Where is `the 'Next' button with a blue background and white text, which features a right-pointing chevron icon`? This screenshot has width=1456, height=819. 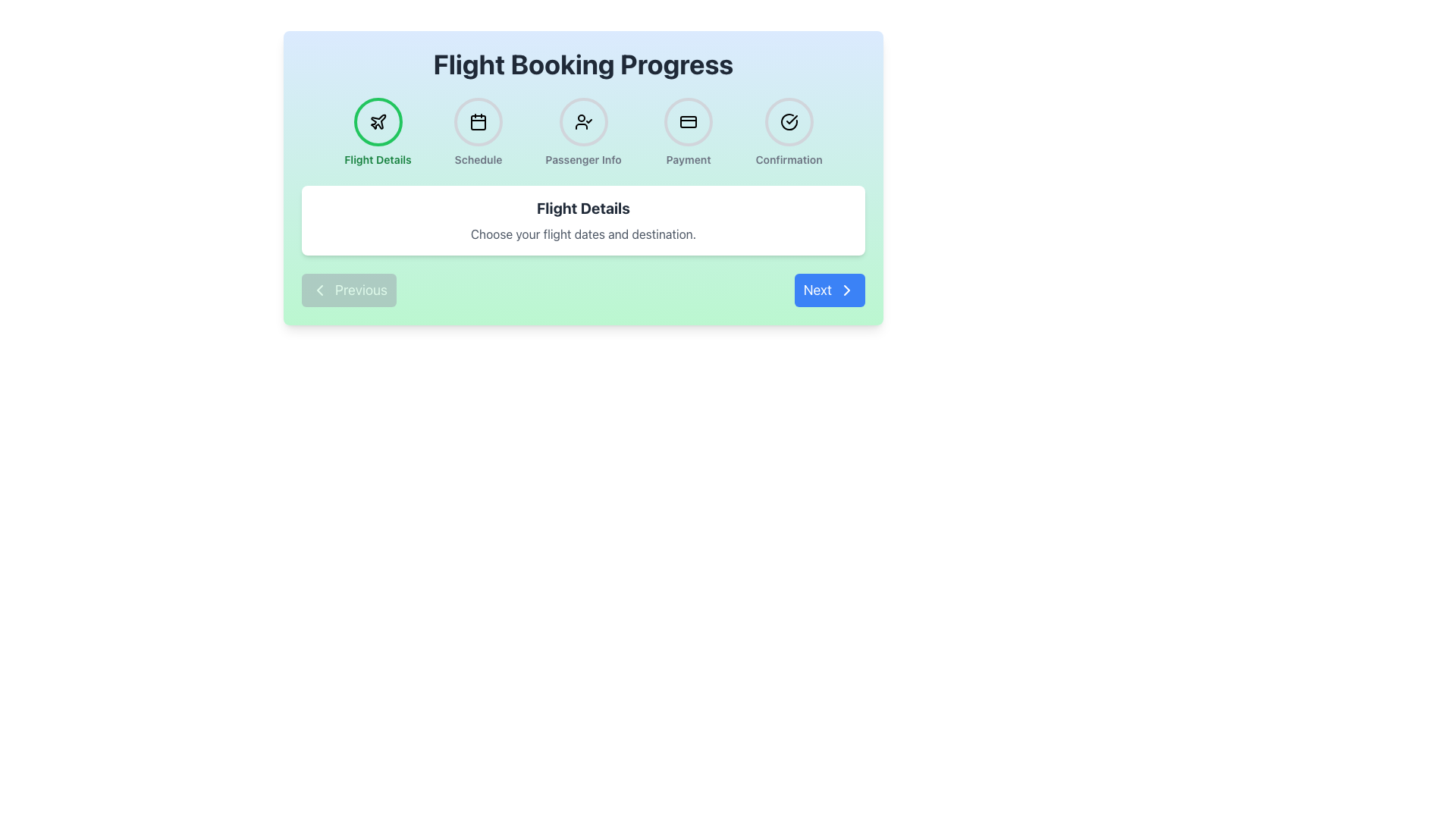
the 'Next' button with a blue background and white text, which features a right-pointing chevron icon is located at coordinates (829, 290).